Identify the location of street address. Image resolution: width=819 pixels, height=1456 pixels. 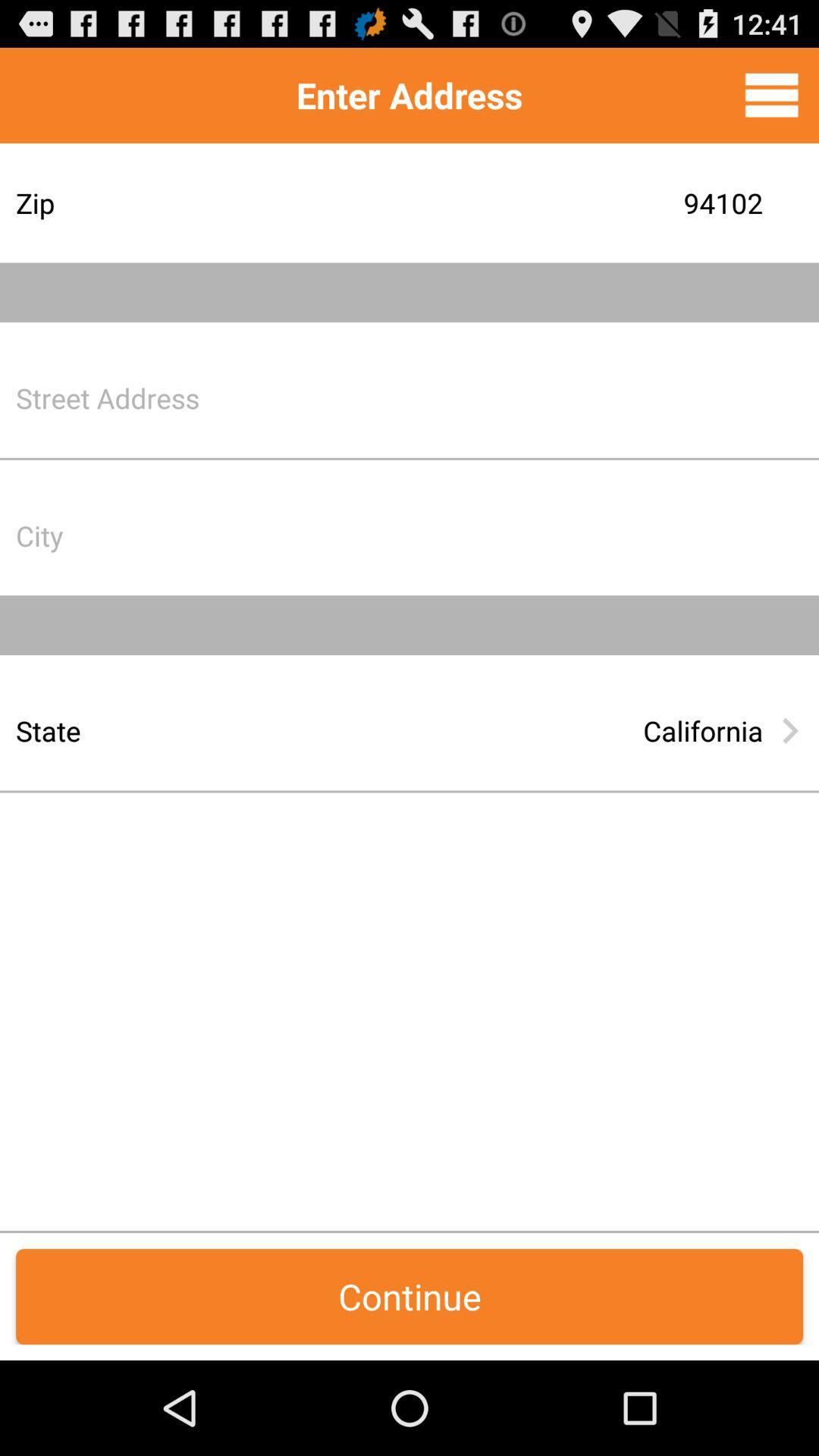
(526, 397).